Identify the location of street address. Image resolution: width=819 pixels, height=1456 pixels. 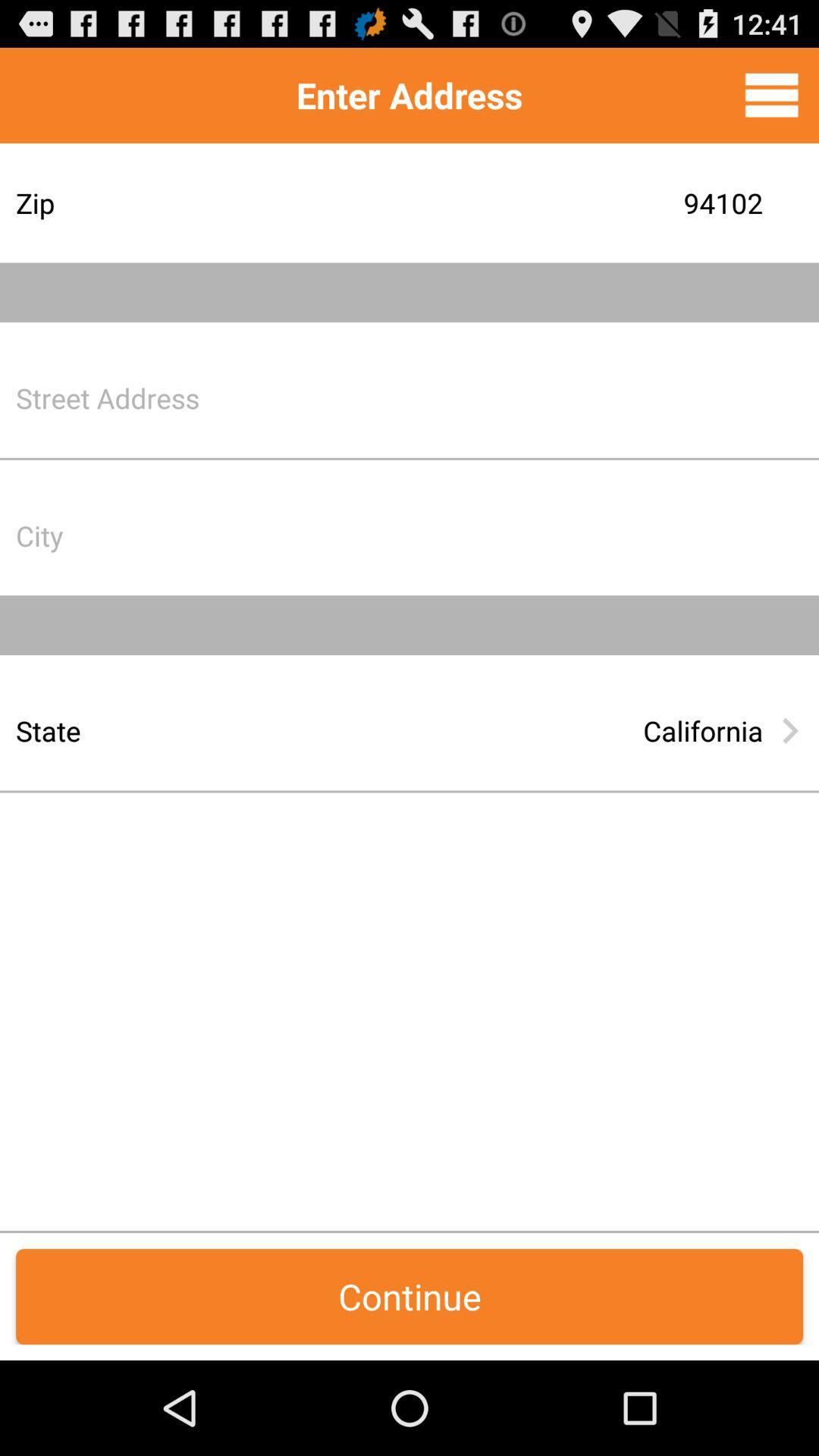
(526, 397).